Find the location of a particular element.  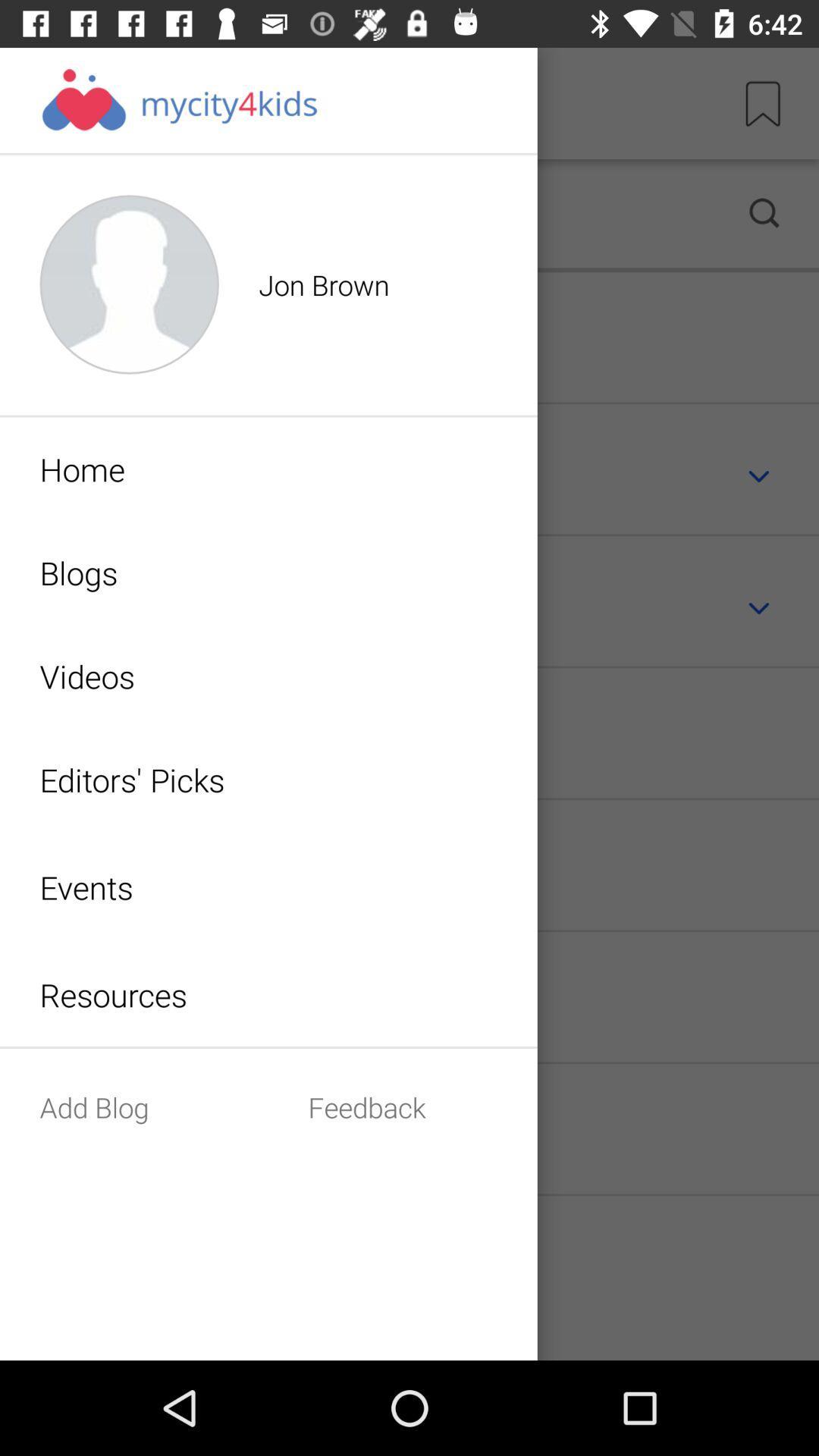

the text beside the profile icon is located at coordinates (377, 284).